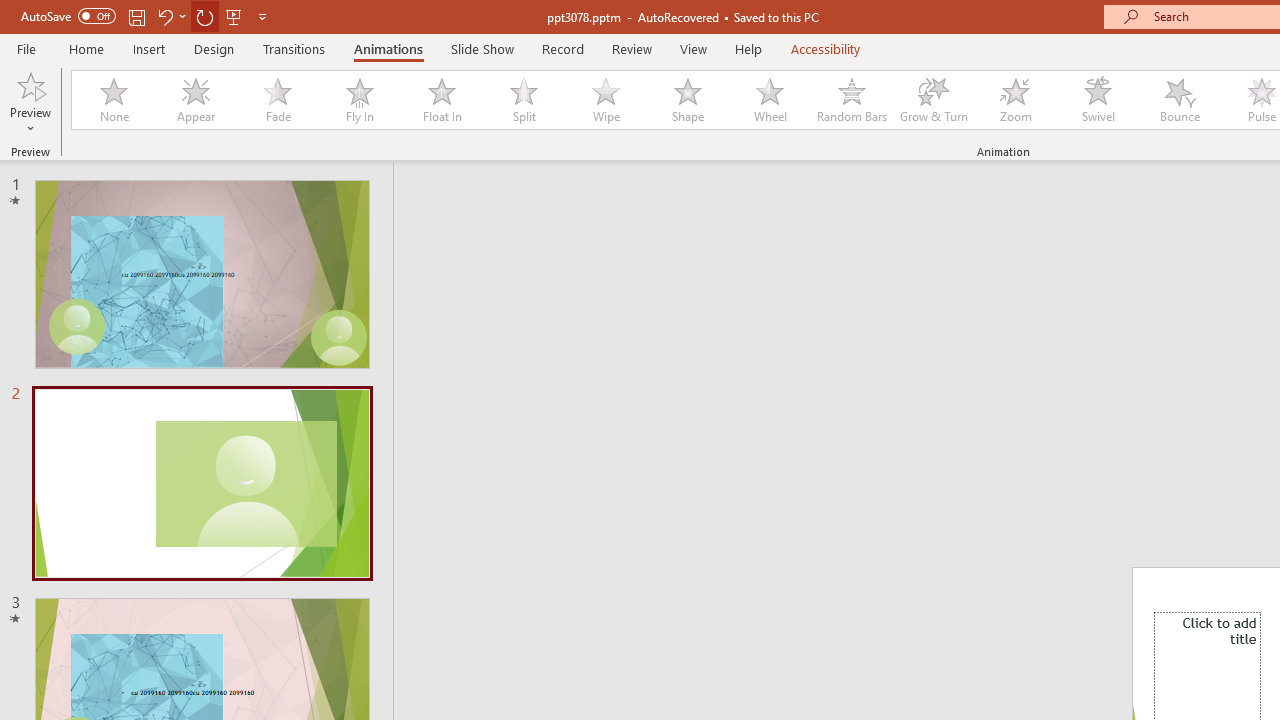 Image resolution: width=1280 pixels, height=720 pixels. Describe the element at coordinates (1180, 100) in the screenshot. I see `'Bounce'` at that location.